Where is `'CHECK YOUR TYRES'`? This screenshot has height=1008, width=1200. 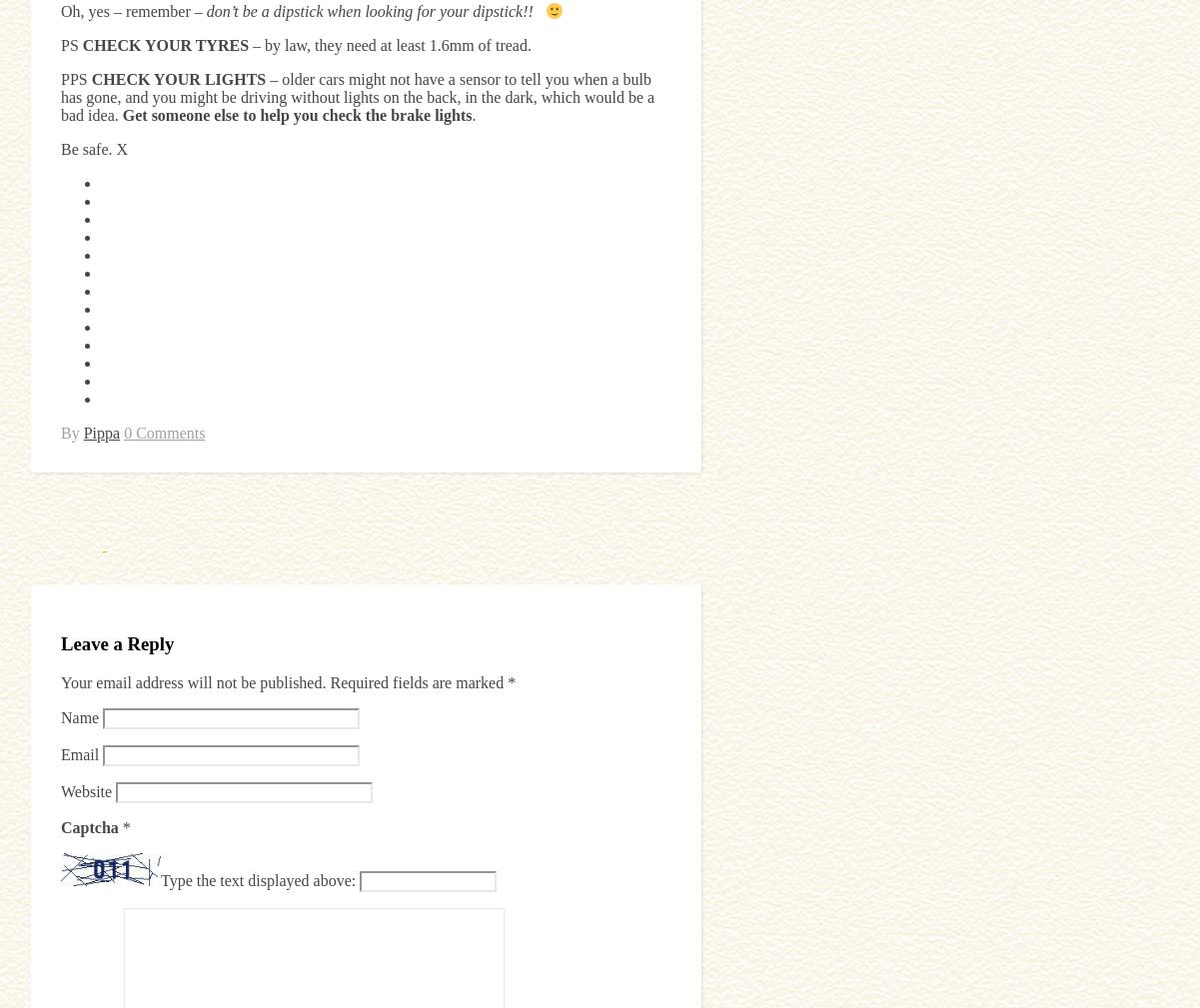 'CHECK YOUR TYRES' is located at coordinates (165, 44).